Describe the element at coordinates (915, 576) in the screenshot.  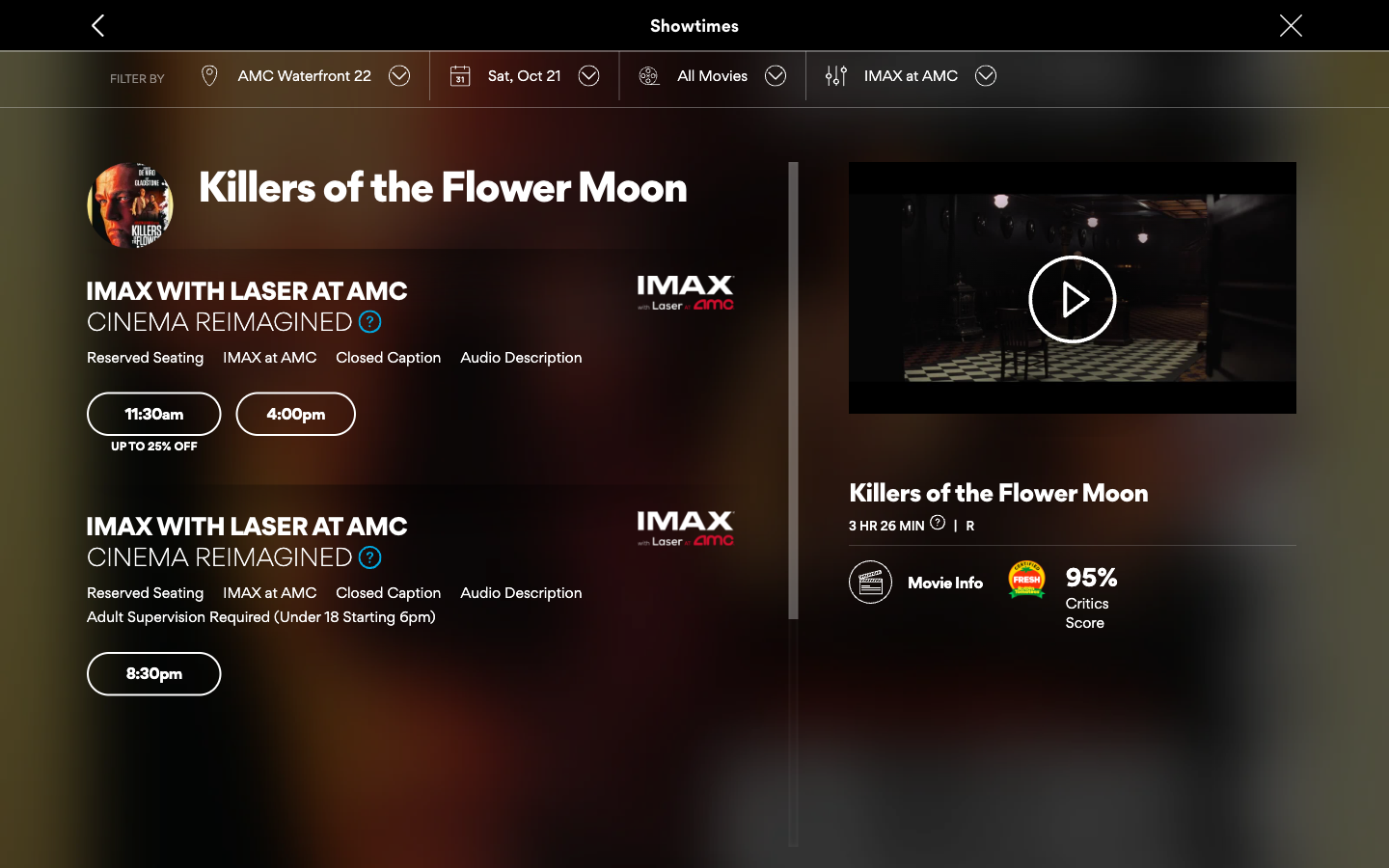
I see `movie data then proceed to the former screen` at that location.